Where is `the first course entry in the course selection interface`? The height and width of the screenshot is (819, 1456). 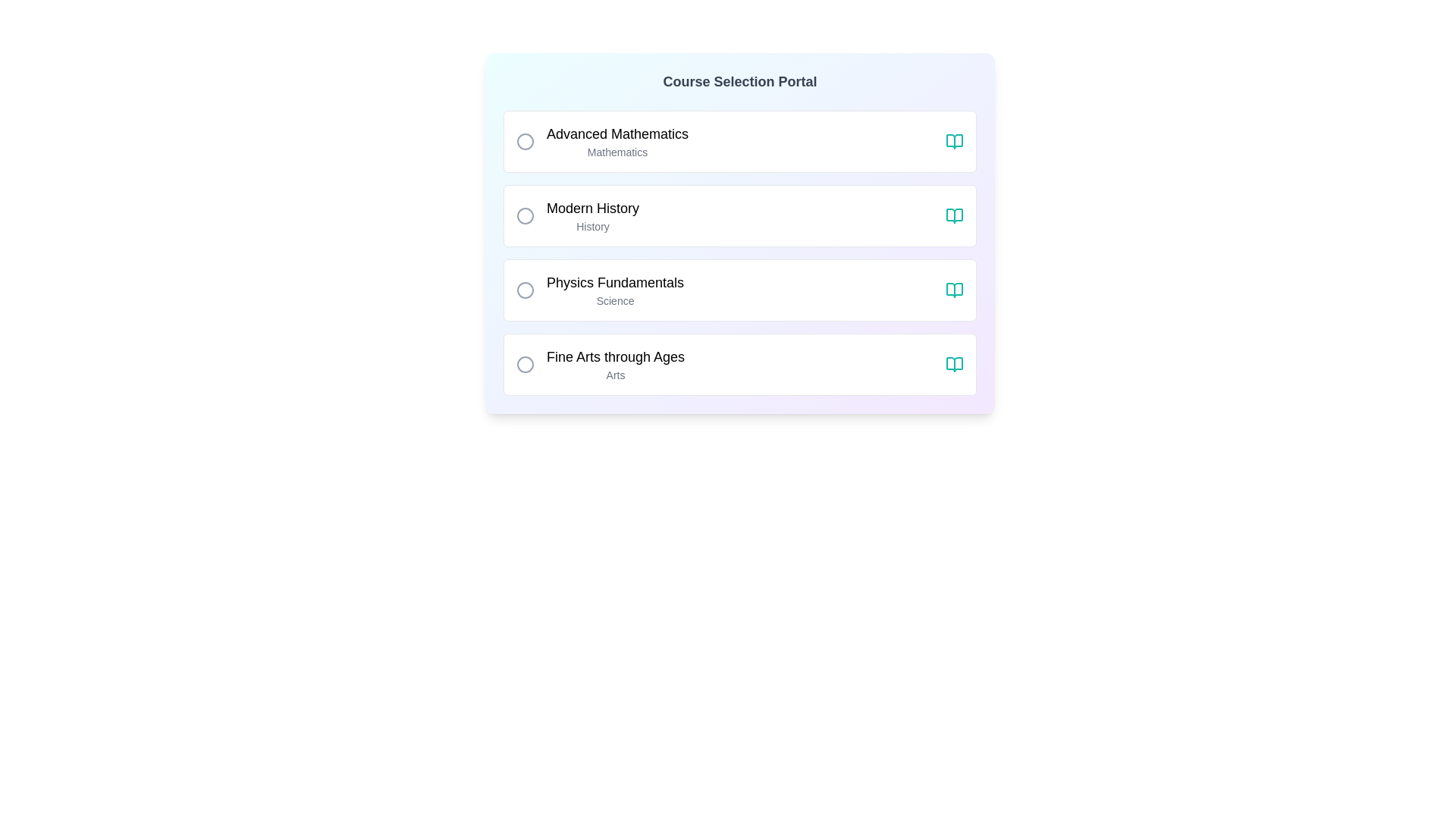
the first course entry in the course selection interface is located at coordinates (739, 141).